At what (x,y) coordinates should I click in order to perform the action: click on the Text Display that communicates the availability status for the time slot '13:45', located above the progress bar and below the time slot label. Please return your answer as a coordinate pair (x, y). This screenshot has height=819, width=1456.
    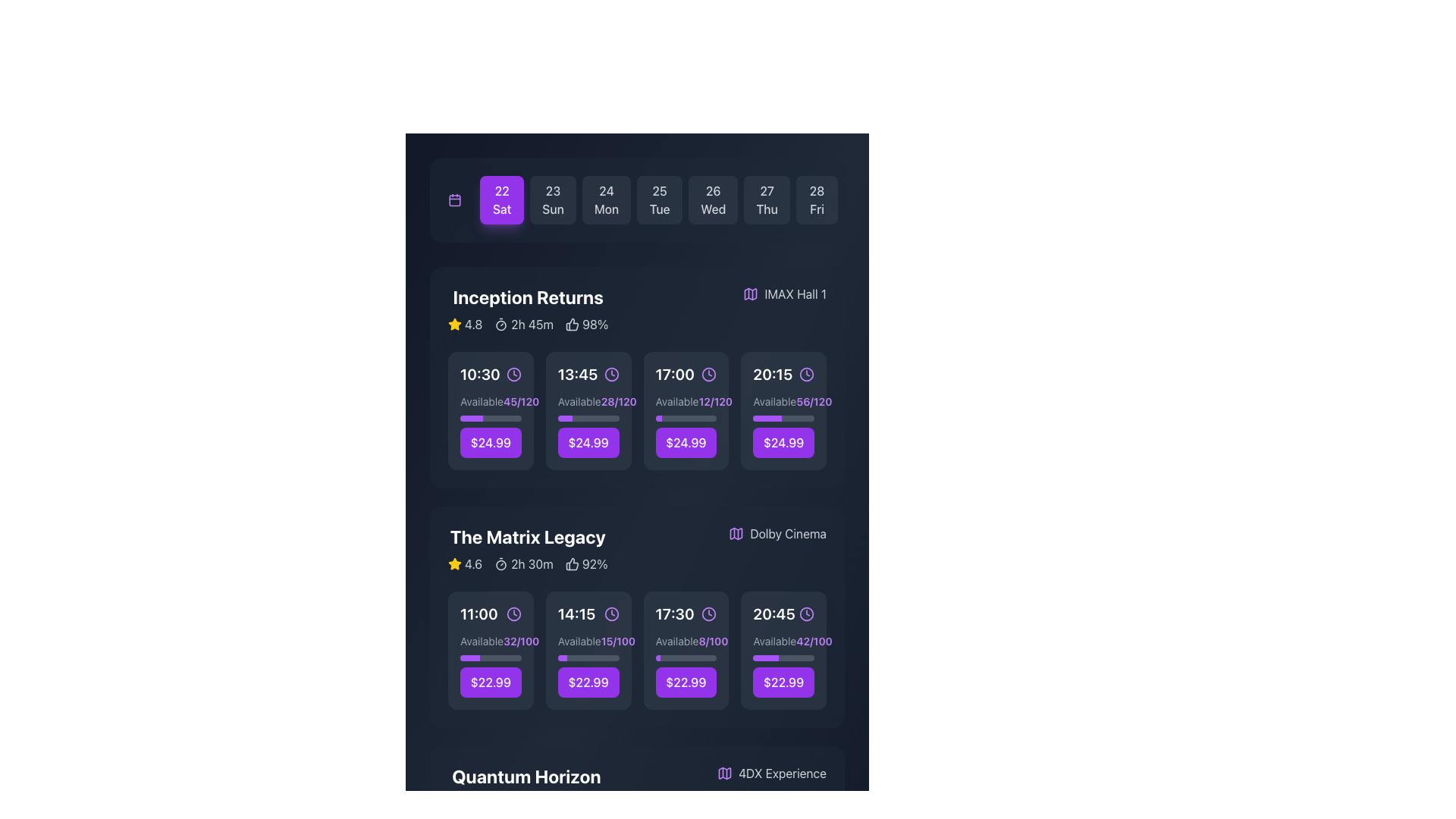
    Looking at the image, I should click on (588, 400).